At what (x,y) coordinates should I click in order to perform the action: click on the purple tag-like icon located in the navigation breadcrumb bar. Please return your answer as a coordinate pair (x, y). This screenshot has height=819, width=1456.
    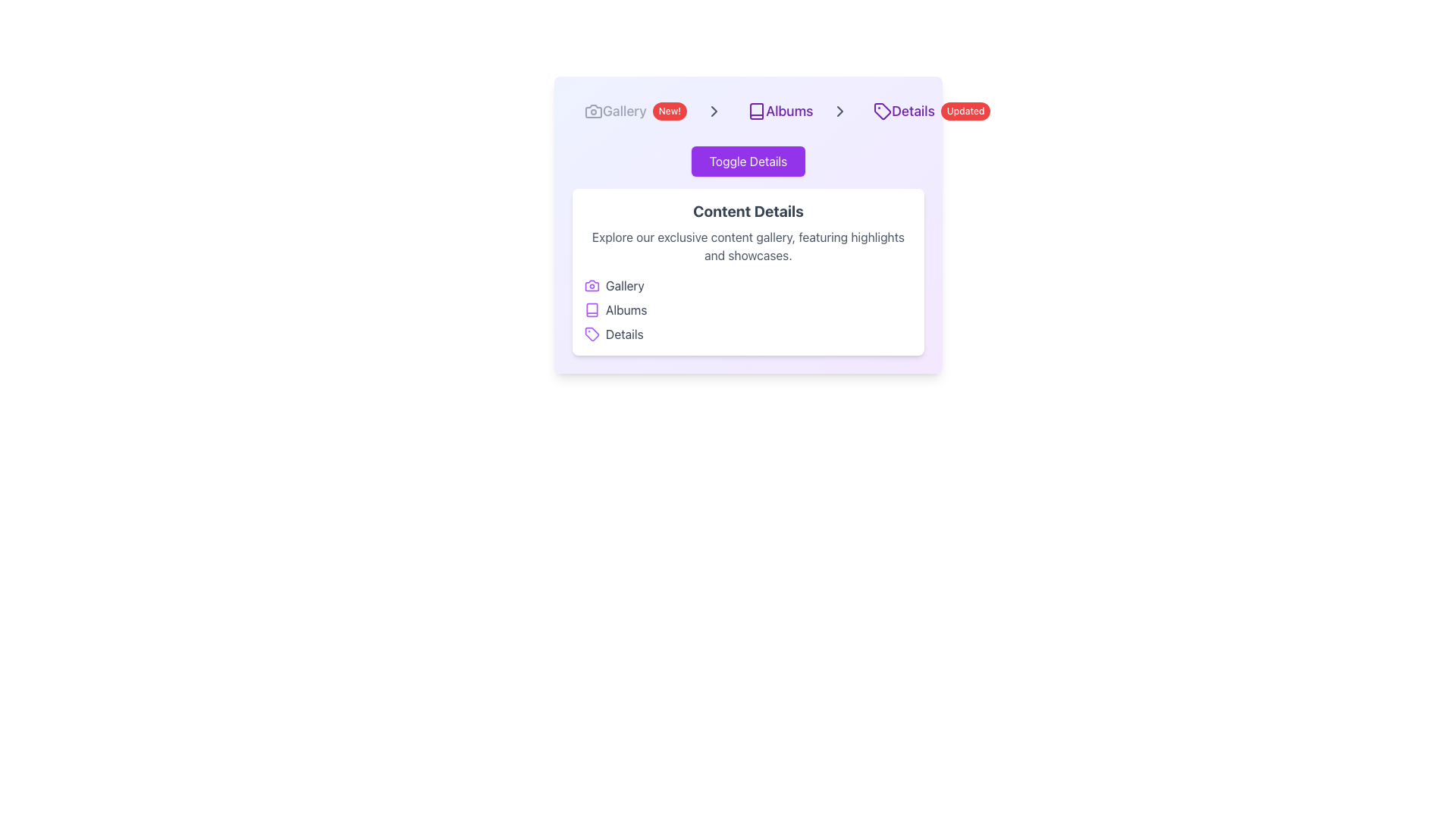
    Looking at the image, I should click on (883, 110).